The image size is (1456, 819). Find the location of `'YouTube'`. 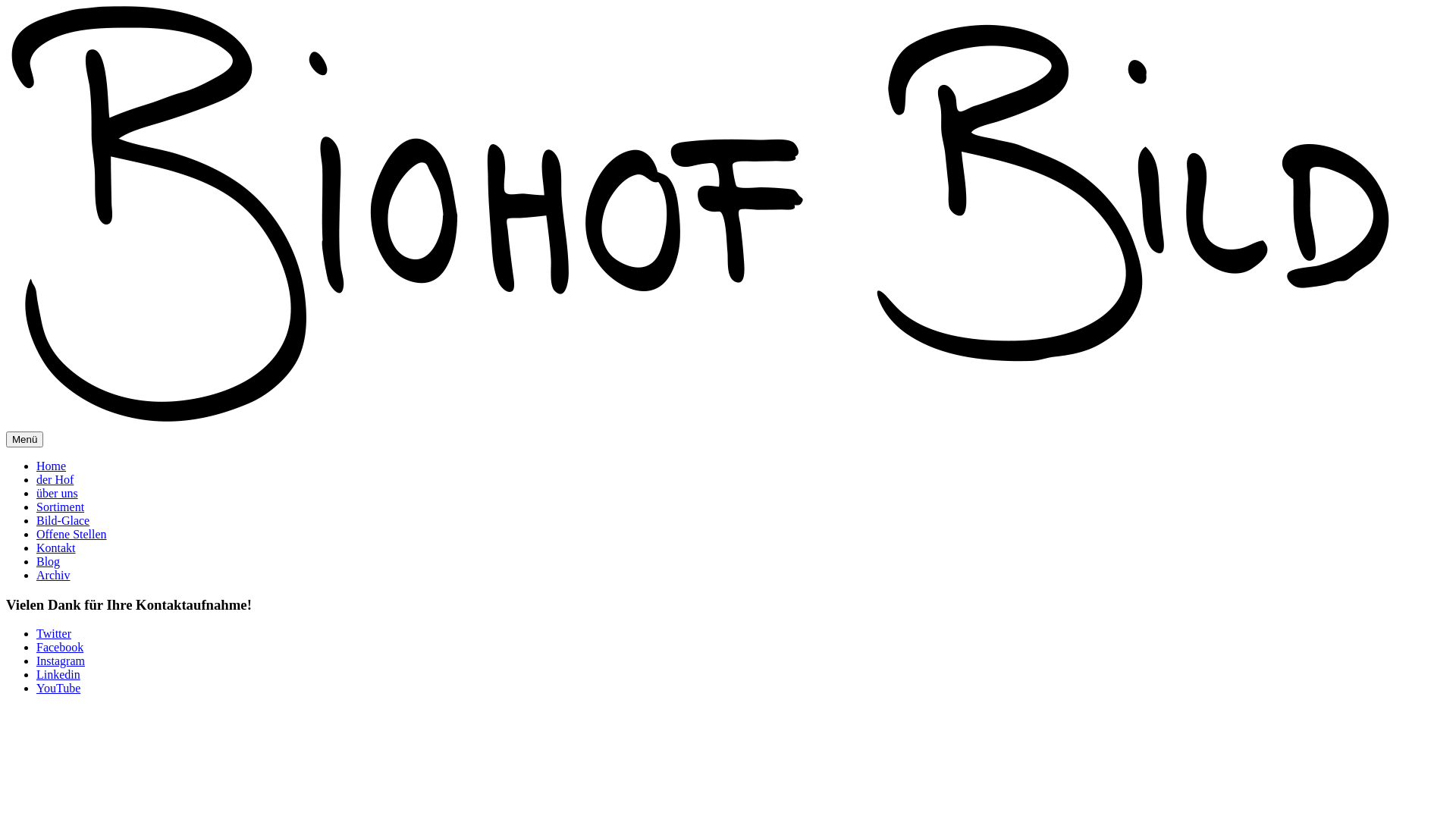

'YouTube' is located at coordinates (58, 688).